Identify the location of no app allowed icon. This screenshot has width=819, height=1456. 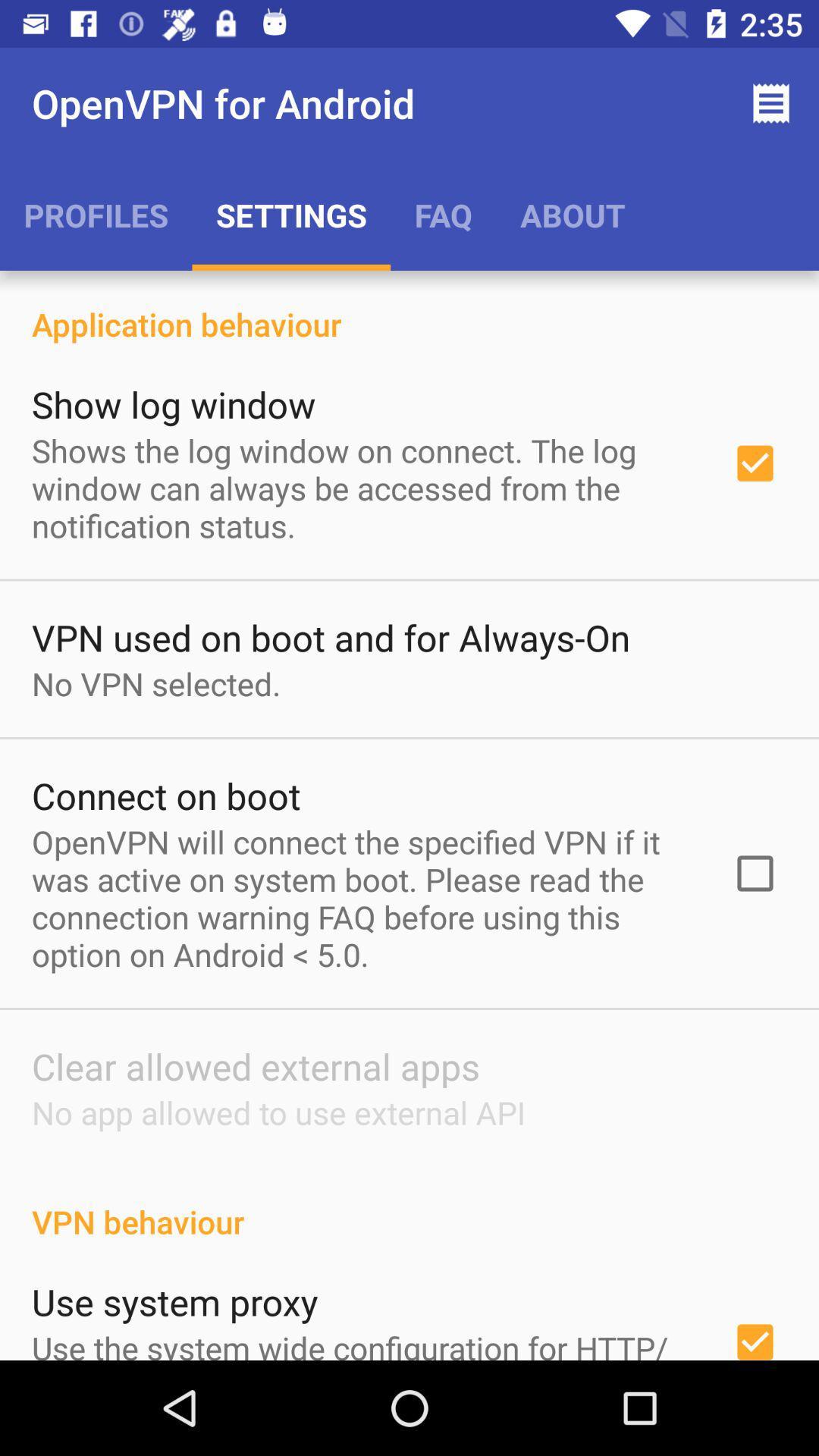
(278, 1112).